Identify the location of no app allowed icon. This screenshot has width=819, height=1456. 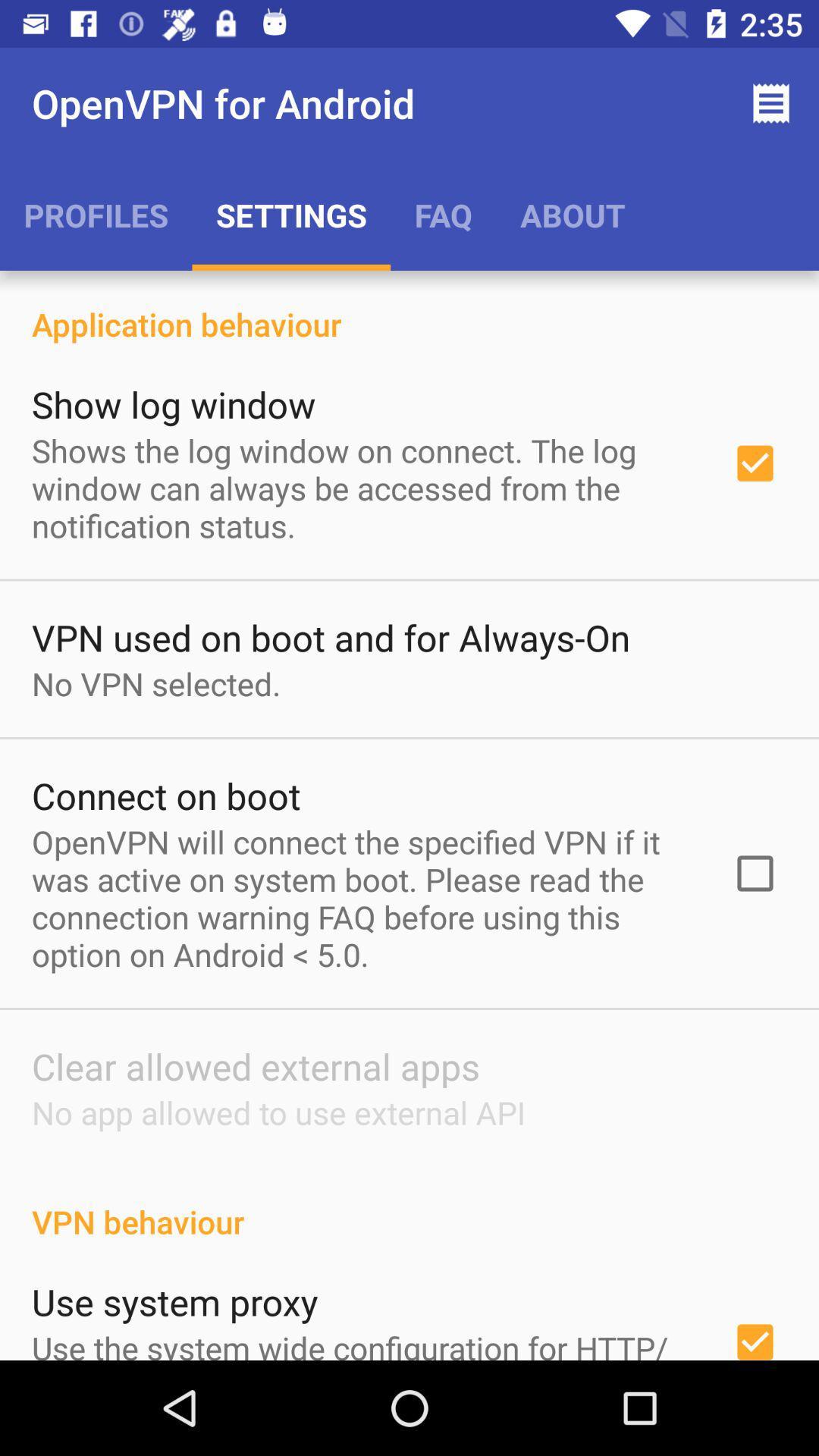
(278, 1112).